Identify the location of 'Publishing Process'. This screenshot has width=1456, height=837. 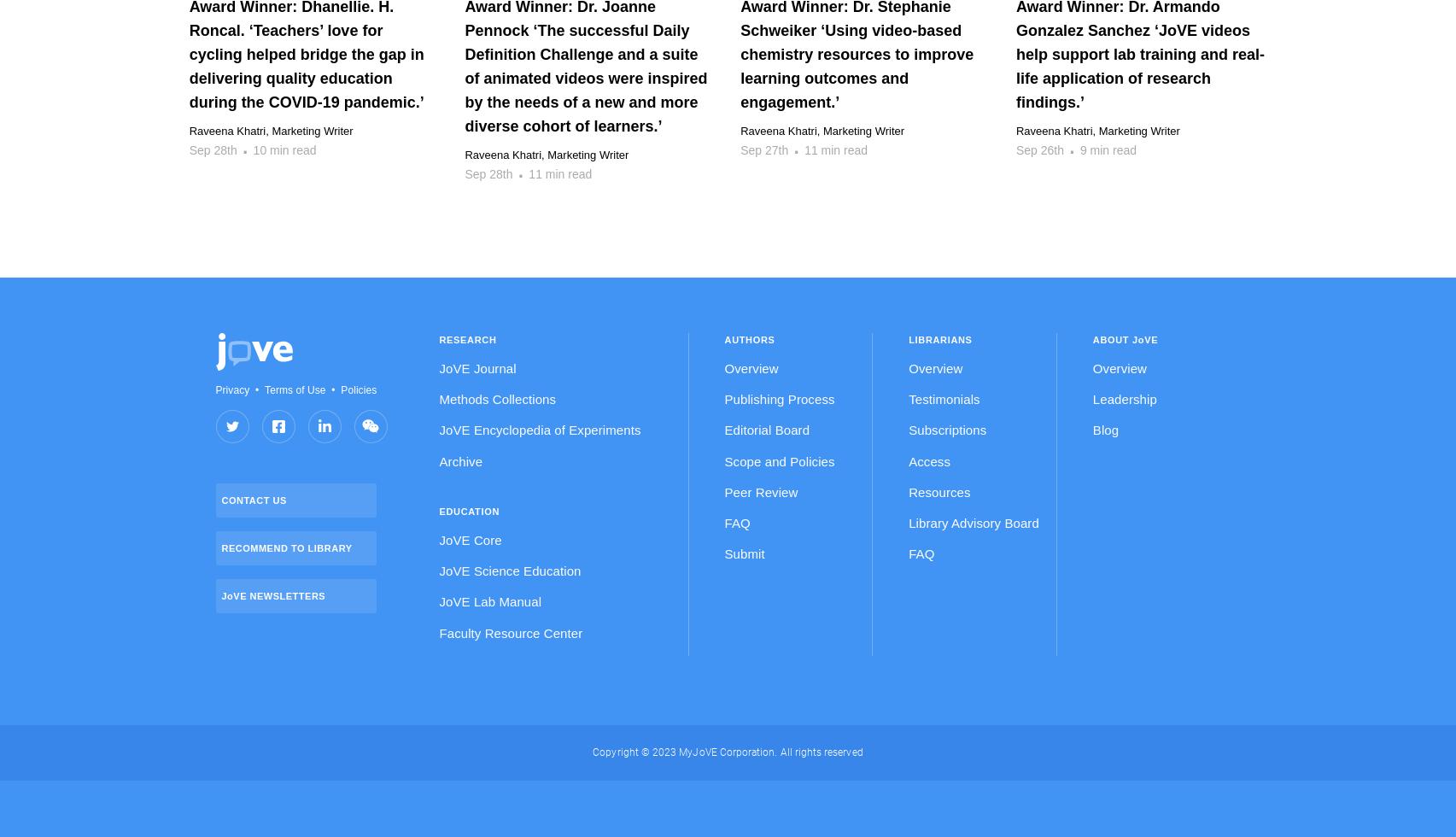
(778, 399).